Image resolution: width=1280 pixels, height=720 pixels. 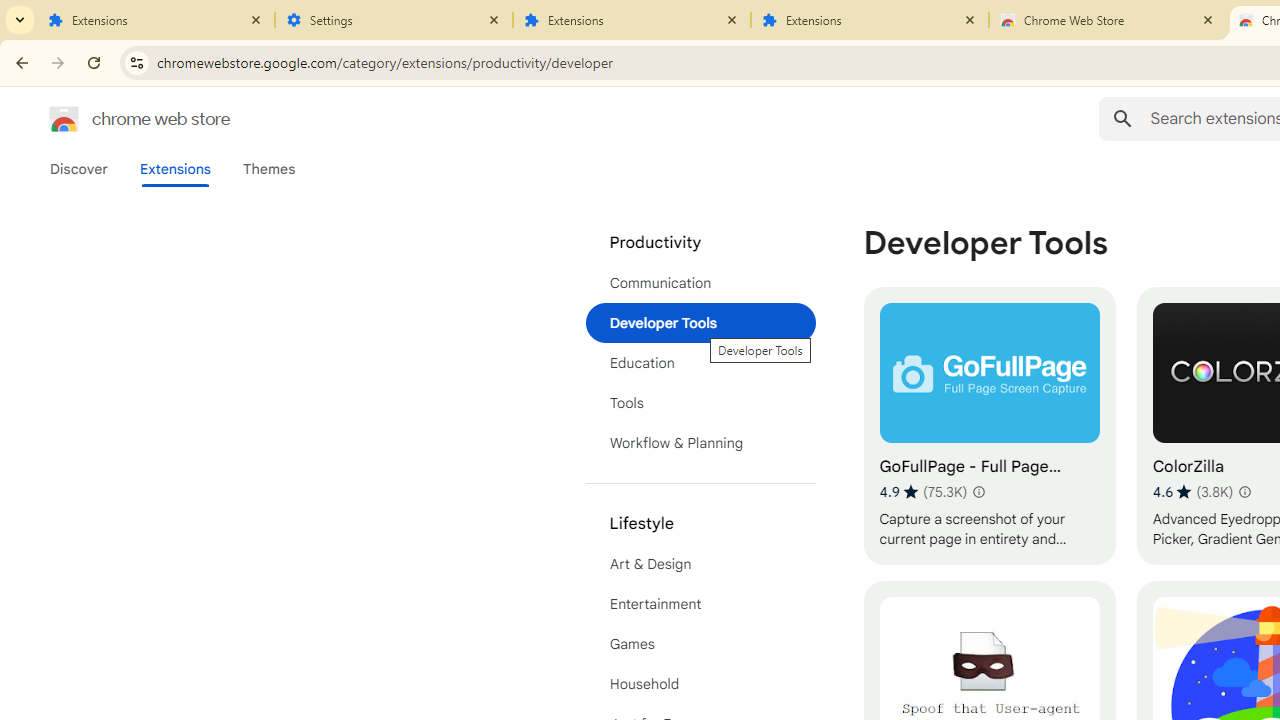 I want to click on 'Average rating 4.6 out of 5 stars. 3.8K ratings.', so click(x=1192, y=491).